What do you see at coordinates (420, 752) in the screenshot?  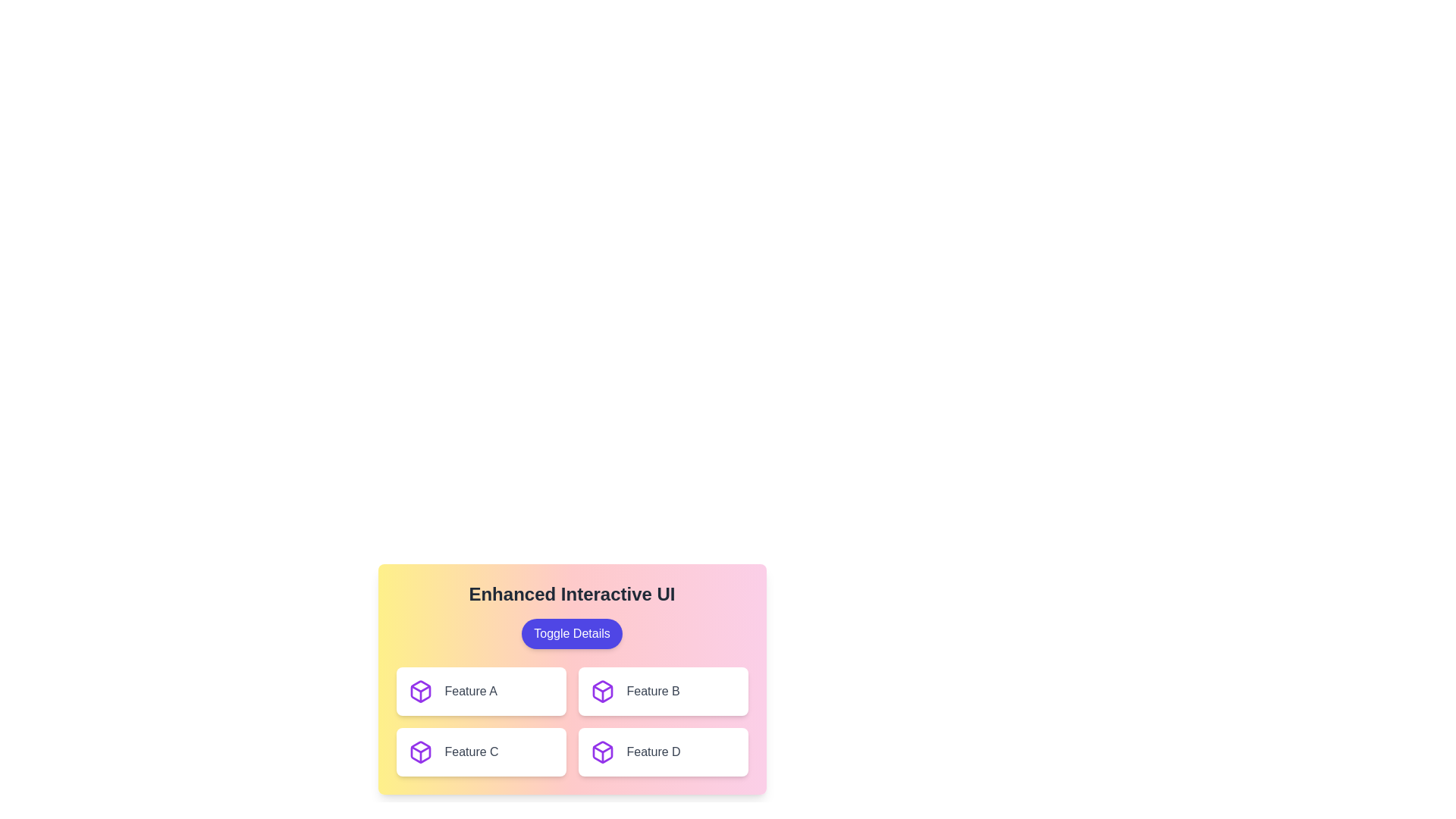 I see `the Icon rendered using SVG for 'Feature C', which is located in the bottom-left quadrant of the 'Enhanced Interactive UI' group, to the left of the label 'Feature C'` at bounding box center [420, 752].